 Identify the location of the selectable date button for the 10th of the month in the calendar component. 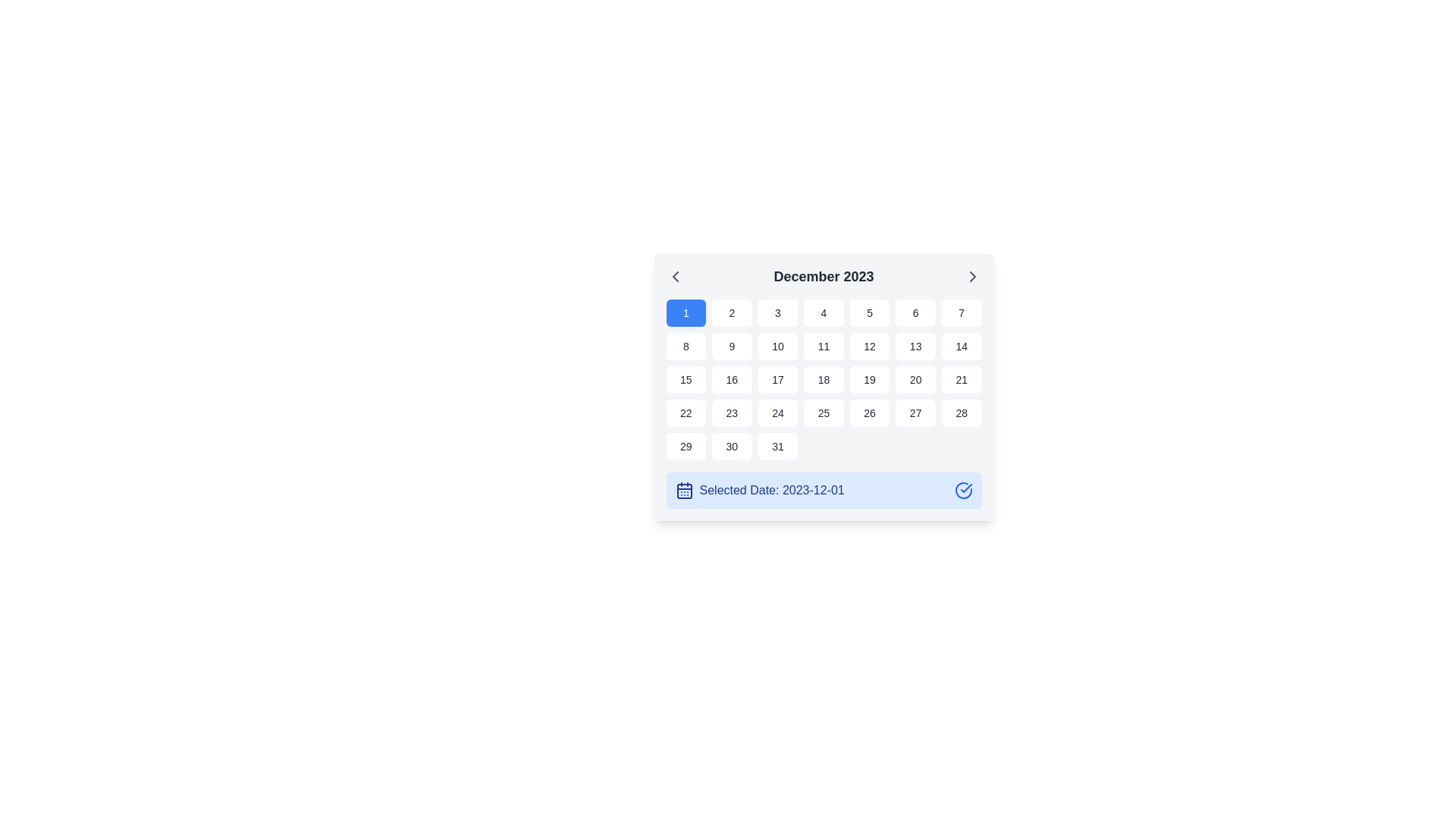
(777, 346).